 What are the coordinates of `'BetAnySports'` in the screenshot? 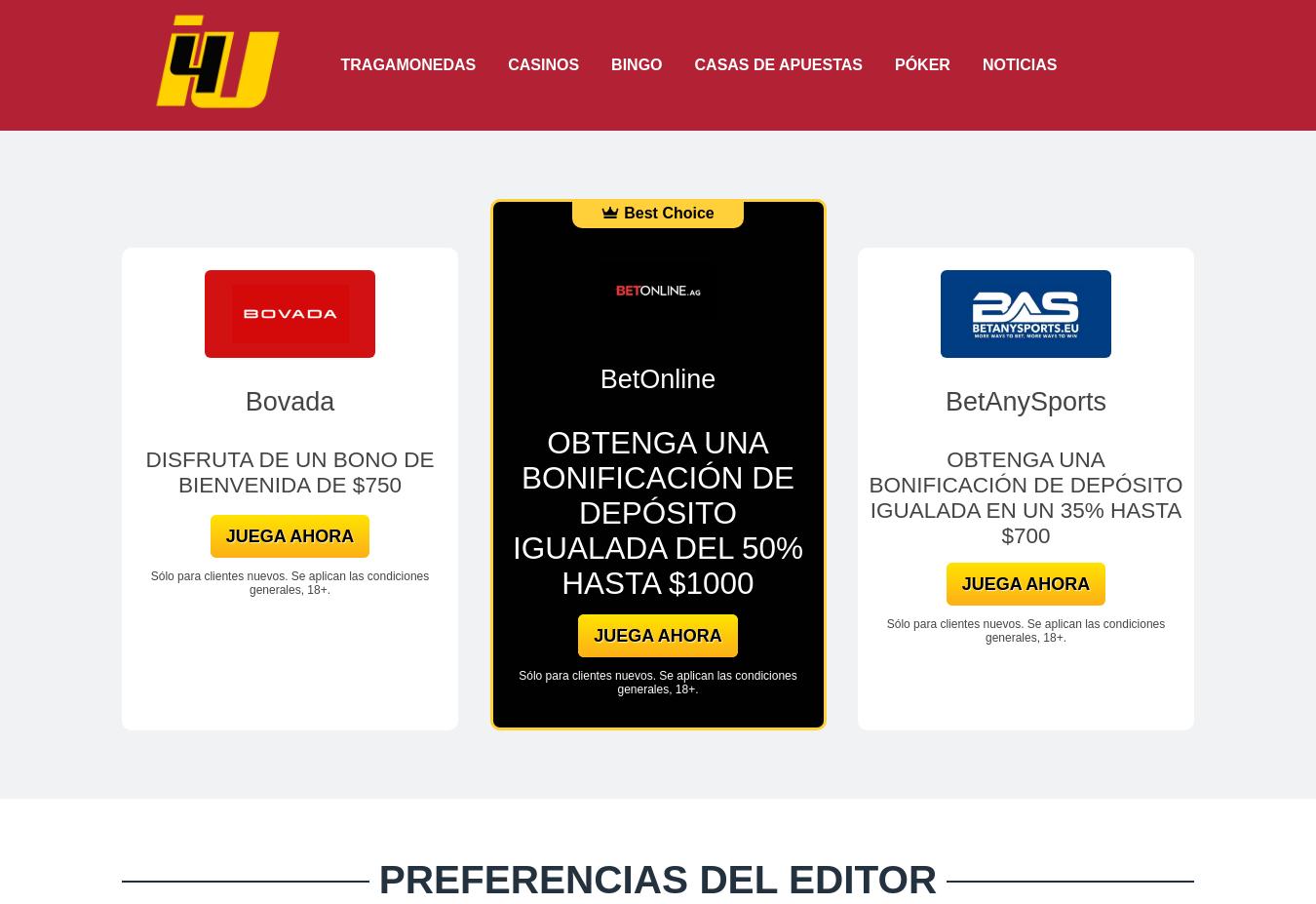 It's located at (1026, 400).